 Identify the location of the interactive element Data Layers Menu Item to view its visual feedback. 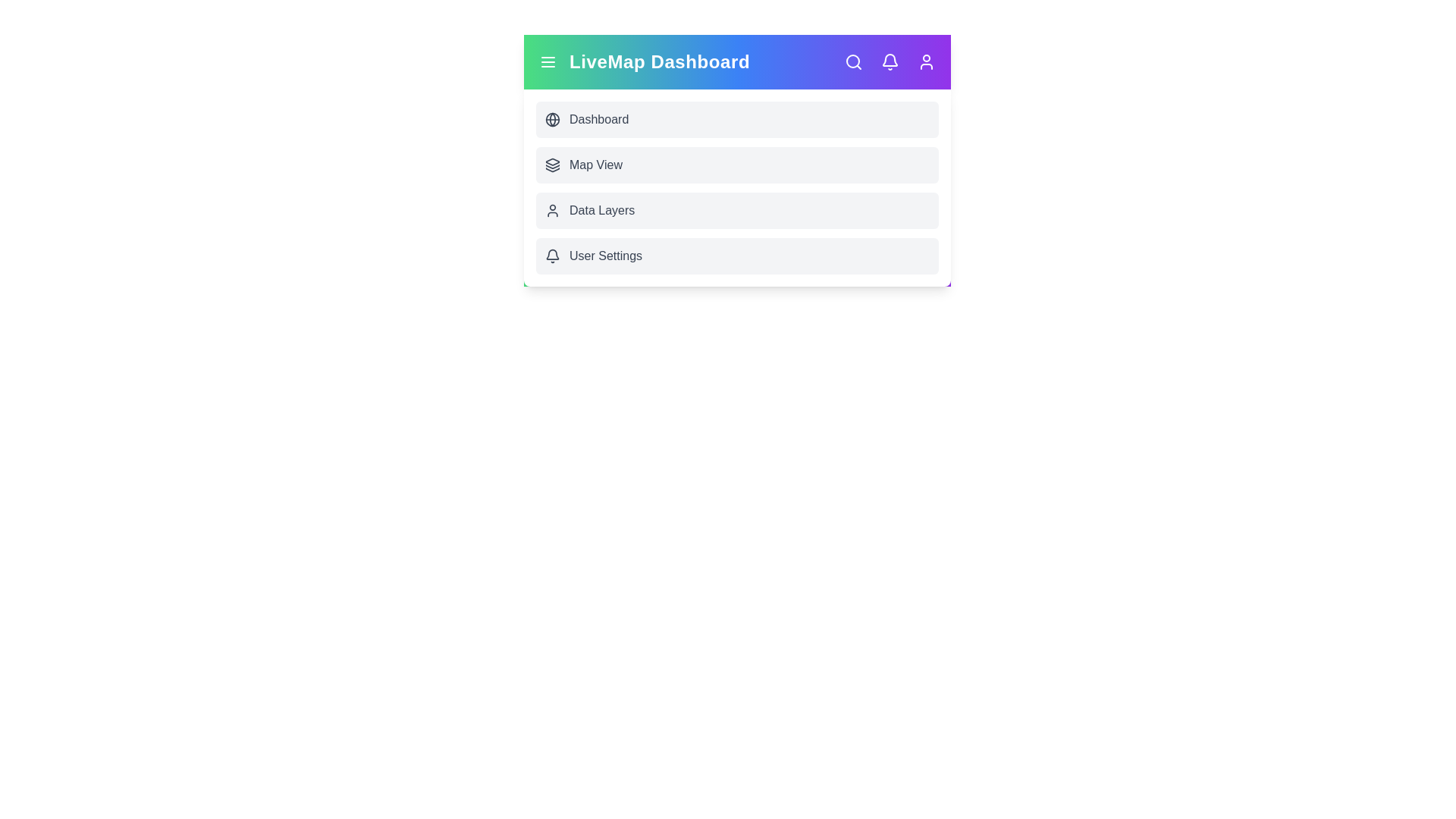
(737, 210).